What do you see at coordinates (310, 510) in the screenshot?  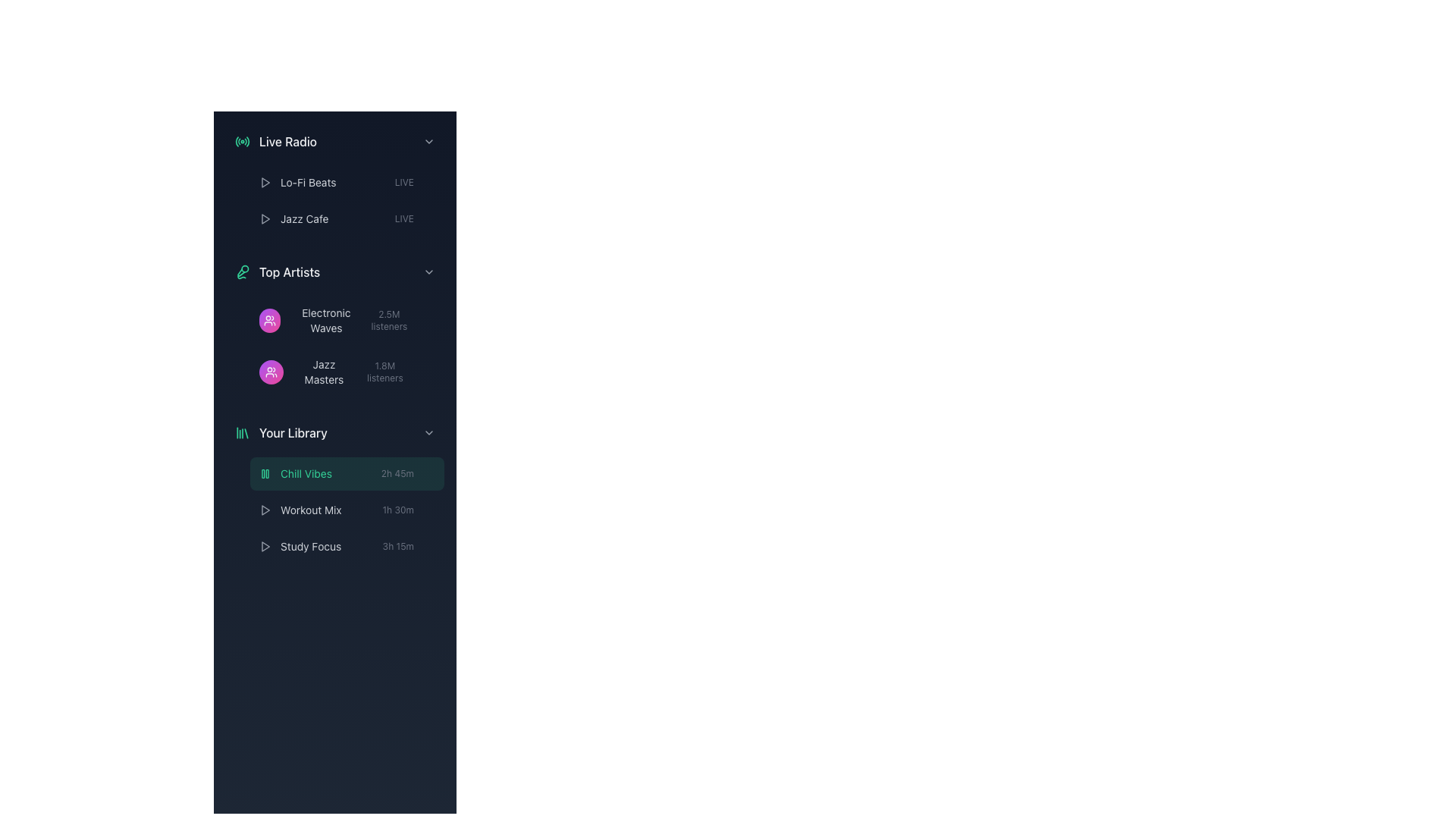 I see `text label 'Workout Mix' located in the 'Your Library' section, positioned under 'Chill Vibes' and above 'Study Focus'` at bounding box center [310, 510].